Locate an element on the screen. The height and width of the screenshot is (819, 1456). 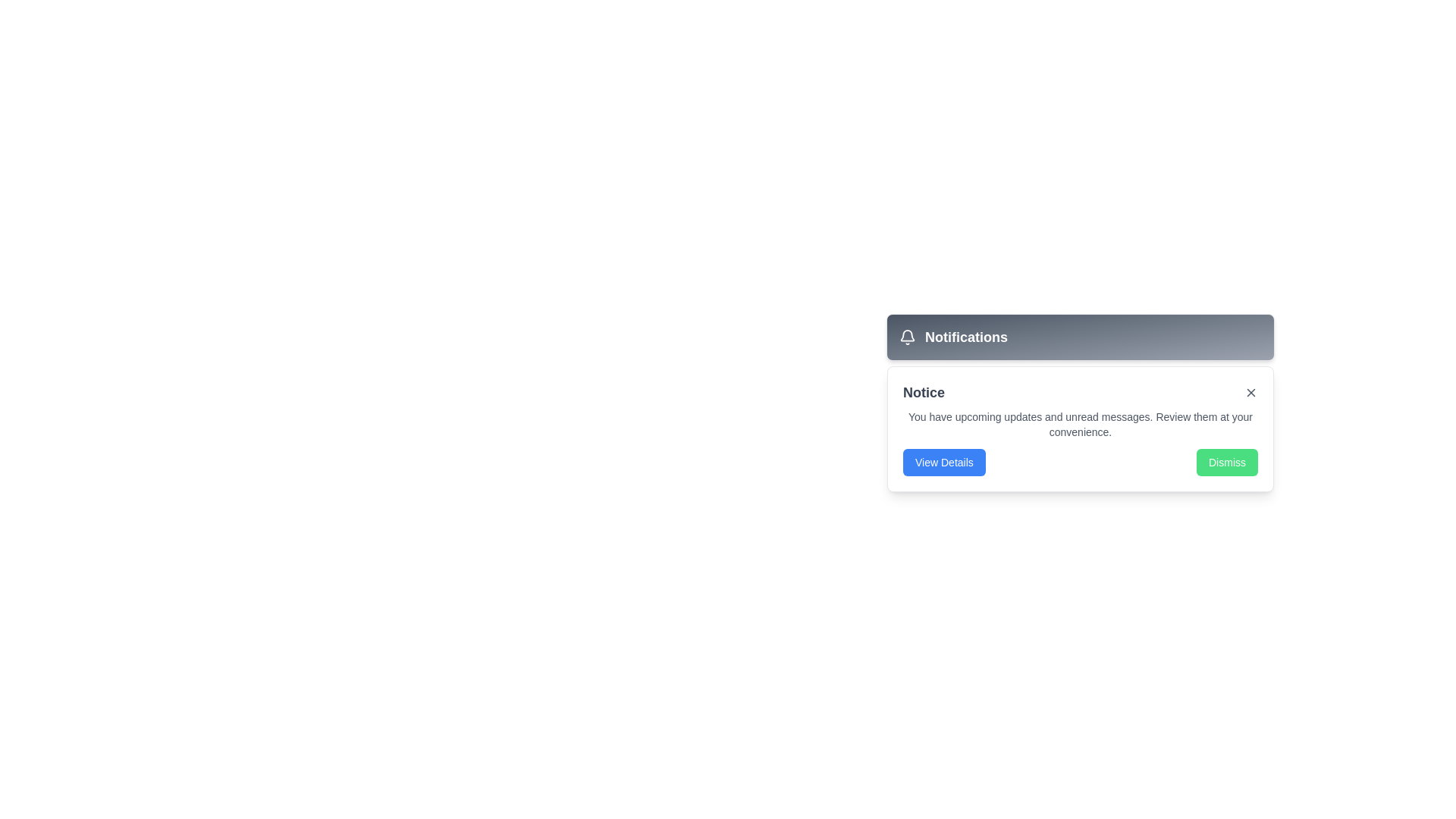
the button located at the bottom-left corner of the notification popup is located at coordinates (943, 461).